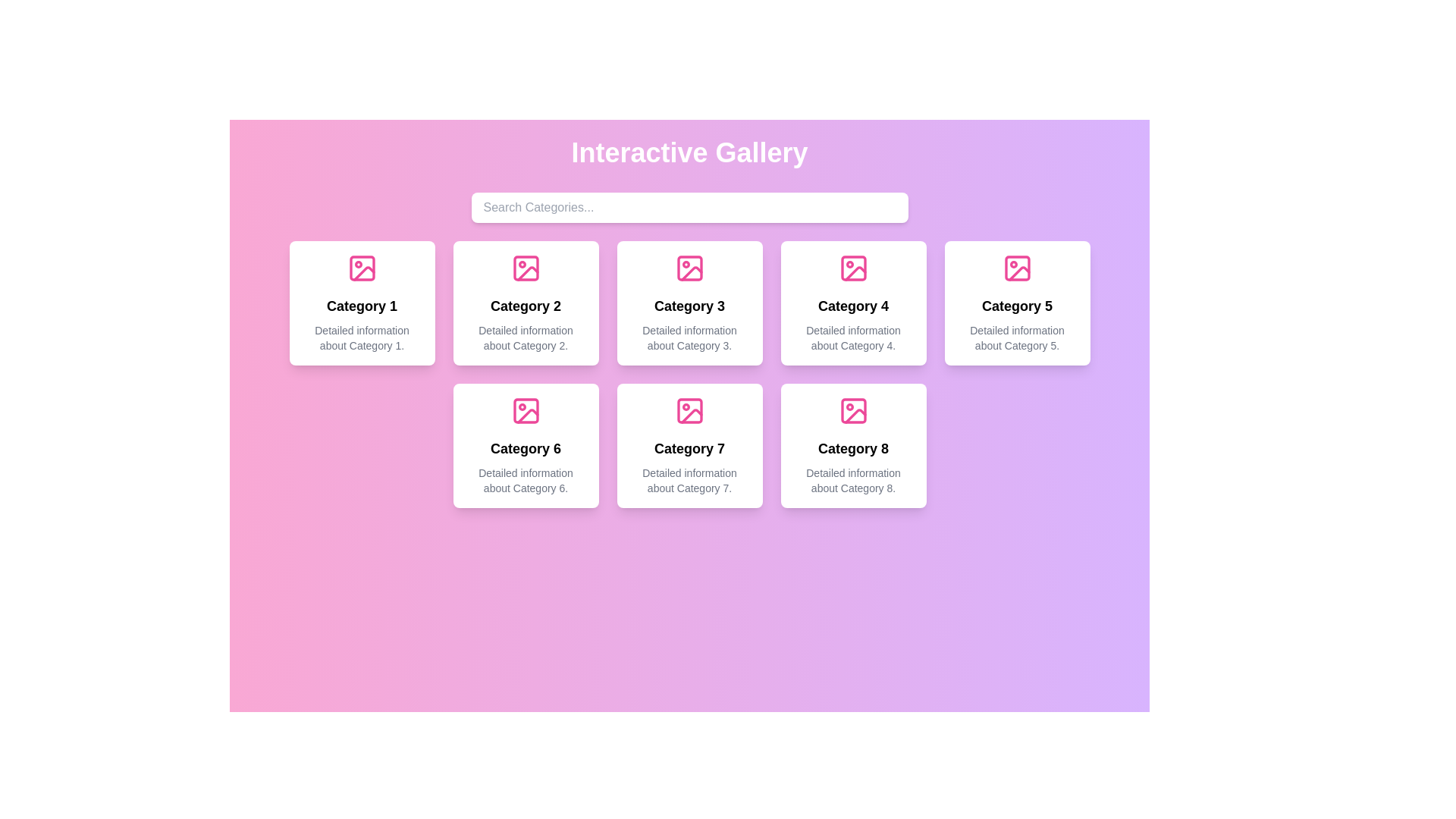  I want to click on the label element that displays 'Category 5', which is positioned in the second row and second column of the grid layout, so click(1017, 306).